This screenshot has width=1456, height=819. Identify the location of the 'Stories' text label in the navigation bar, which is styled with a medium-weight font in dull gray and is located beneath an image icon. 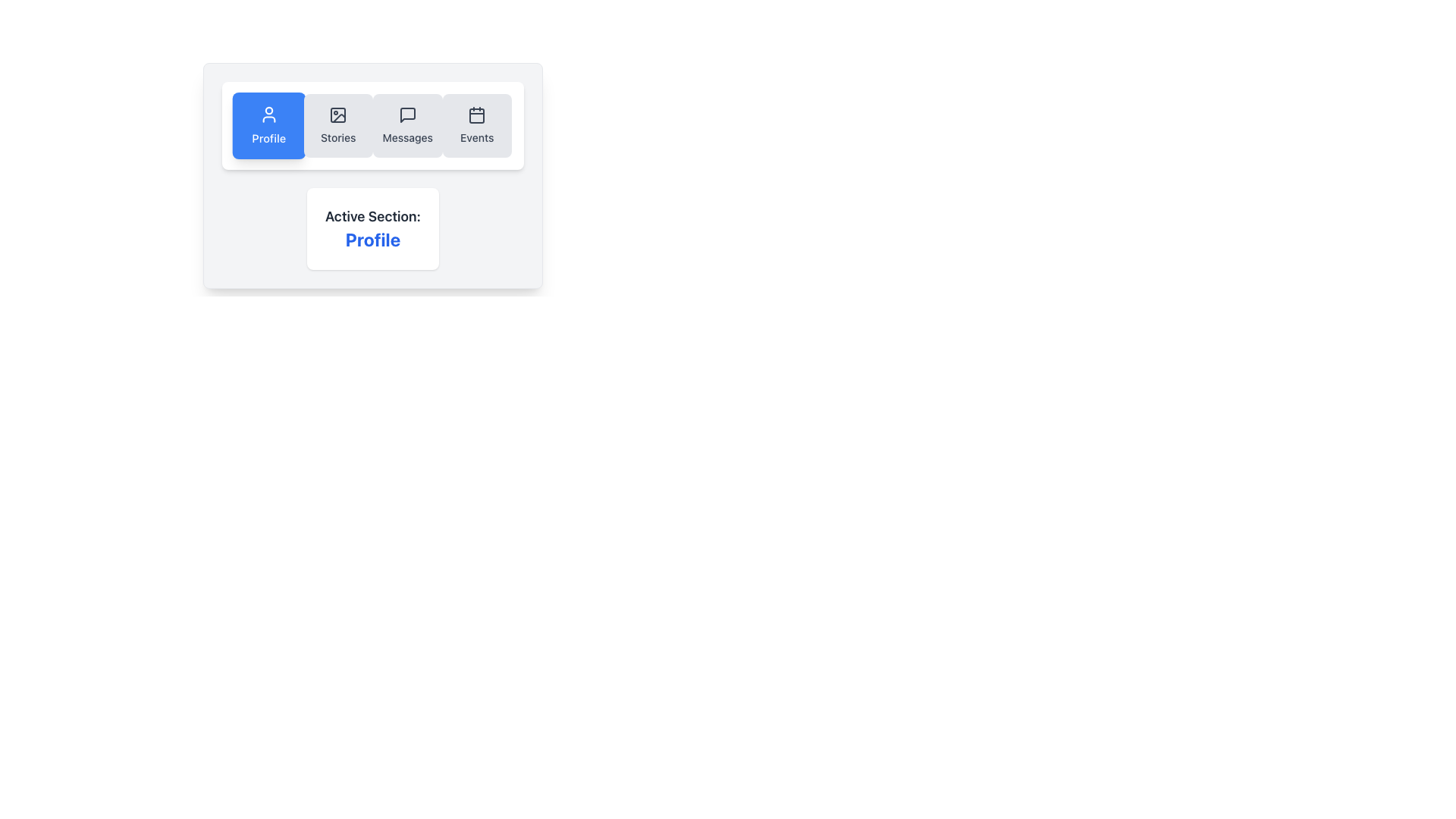
(337, 137).